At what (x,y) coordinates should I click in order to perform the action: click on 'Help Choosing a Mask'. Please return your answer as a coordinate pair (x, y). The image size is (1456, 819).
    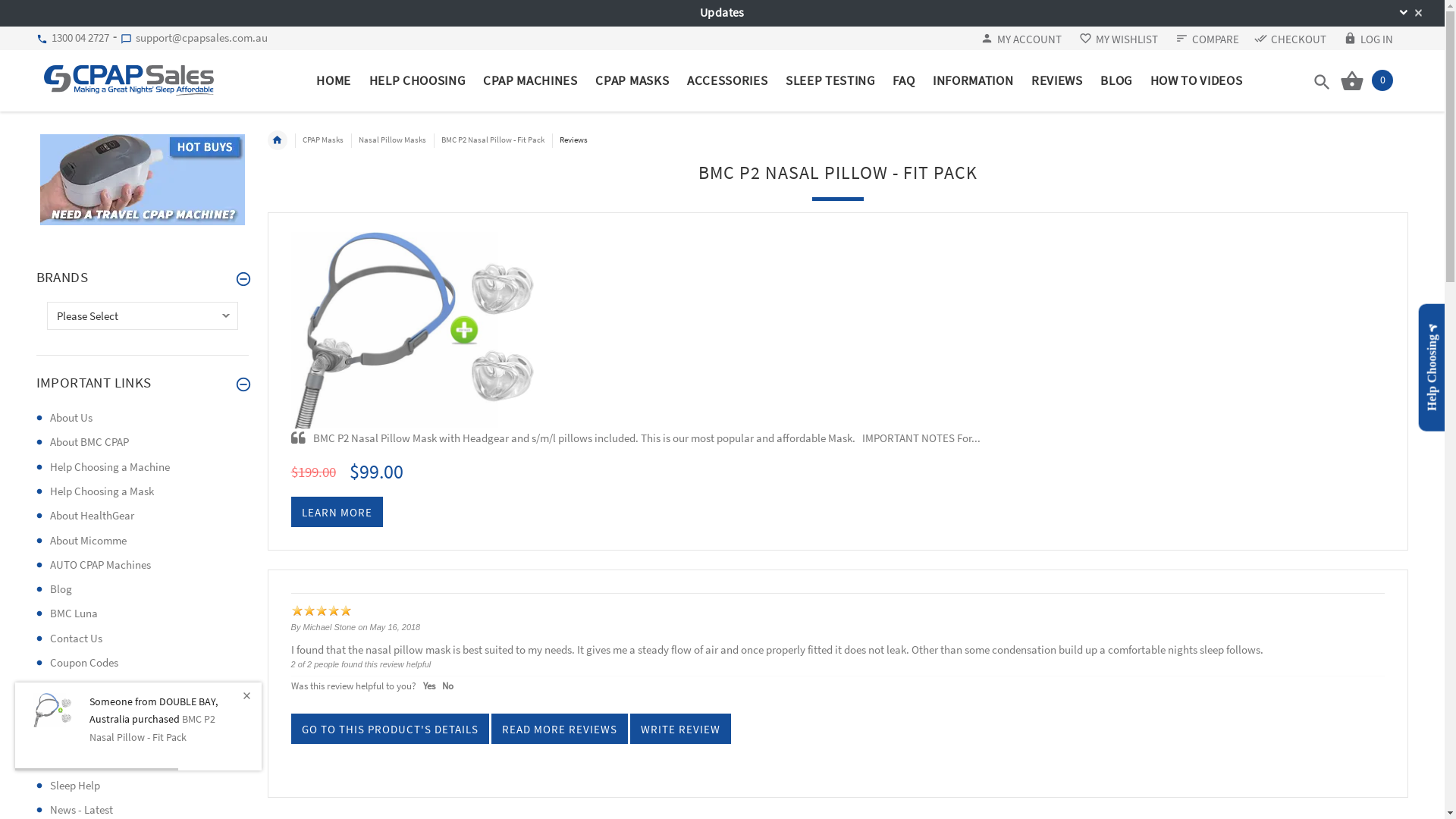
    Looking at the image, I should click on (101, 491).